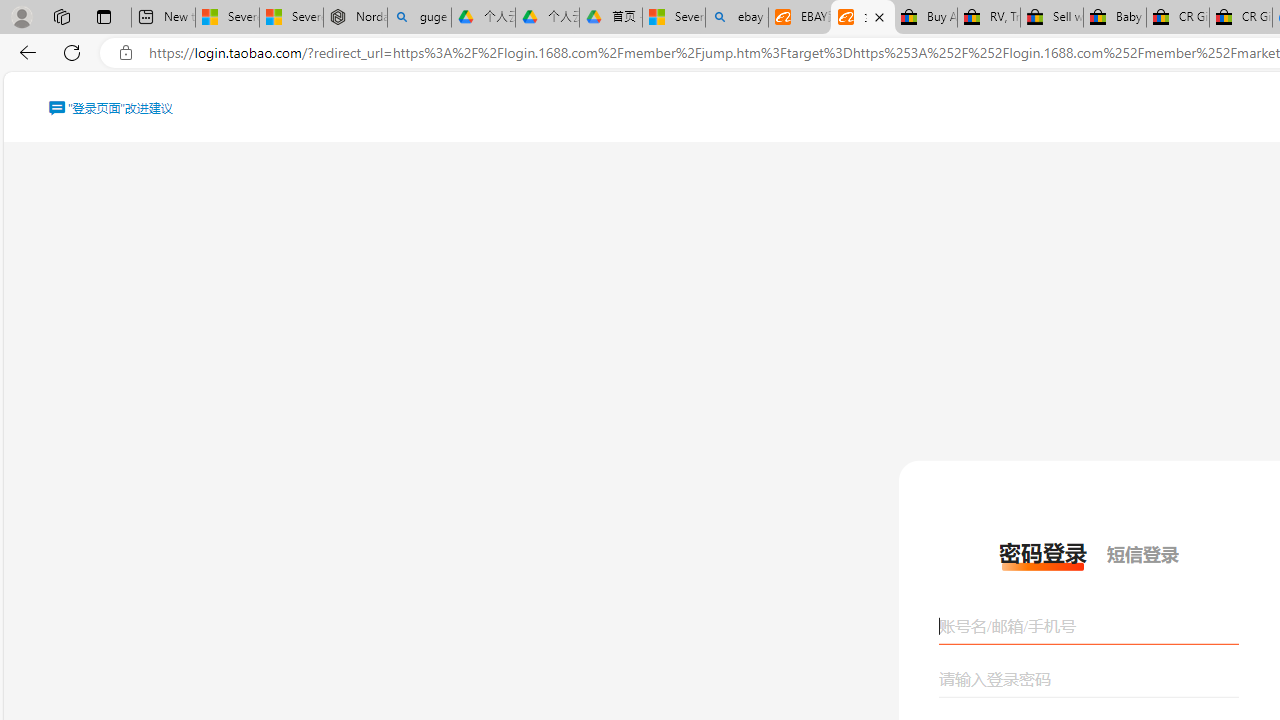 The width and height of the screenshot is (1280, 720). What do you see at coordinates (103, 16) in the screenshot?
I see `'Tab actions menu'` at bounding box center [103, 16].